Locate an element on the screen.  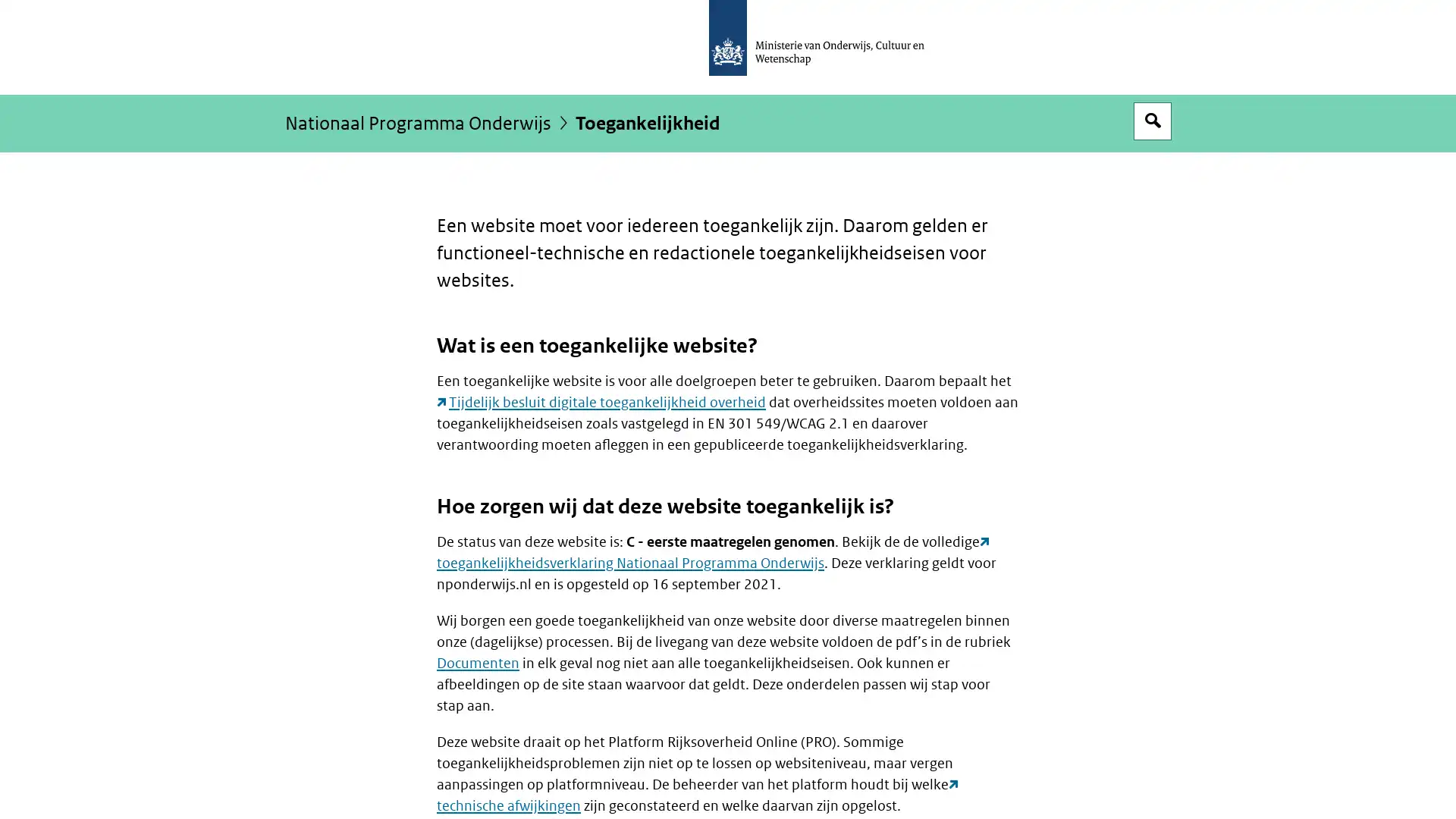
Open zoekveld is located at coordinates (1153, 120).